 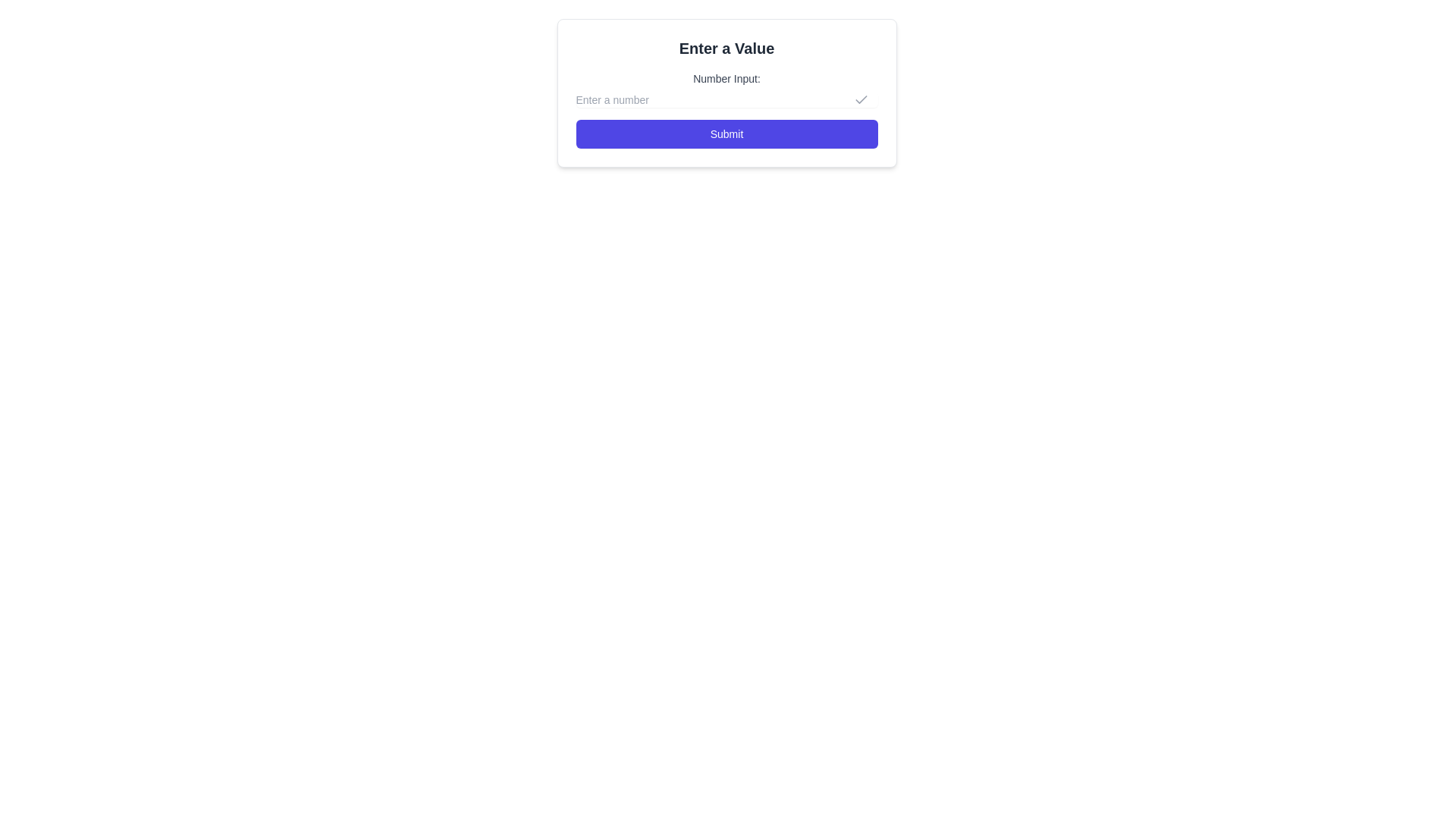 I want to click on the checkmark icon, which is an SVG graphic with a thin, gray stroke, located to the right of the 'Enter a number' input field, so click(x=861, y=99).